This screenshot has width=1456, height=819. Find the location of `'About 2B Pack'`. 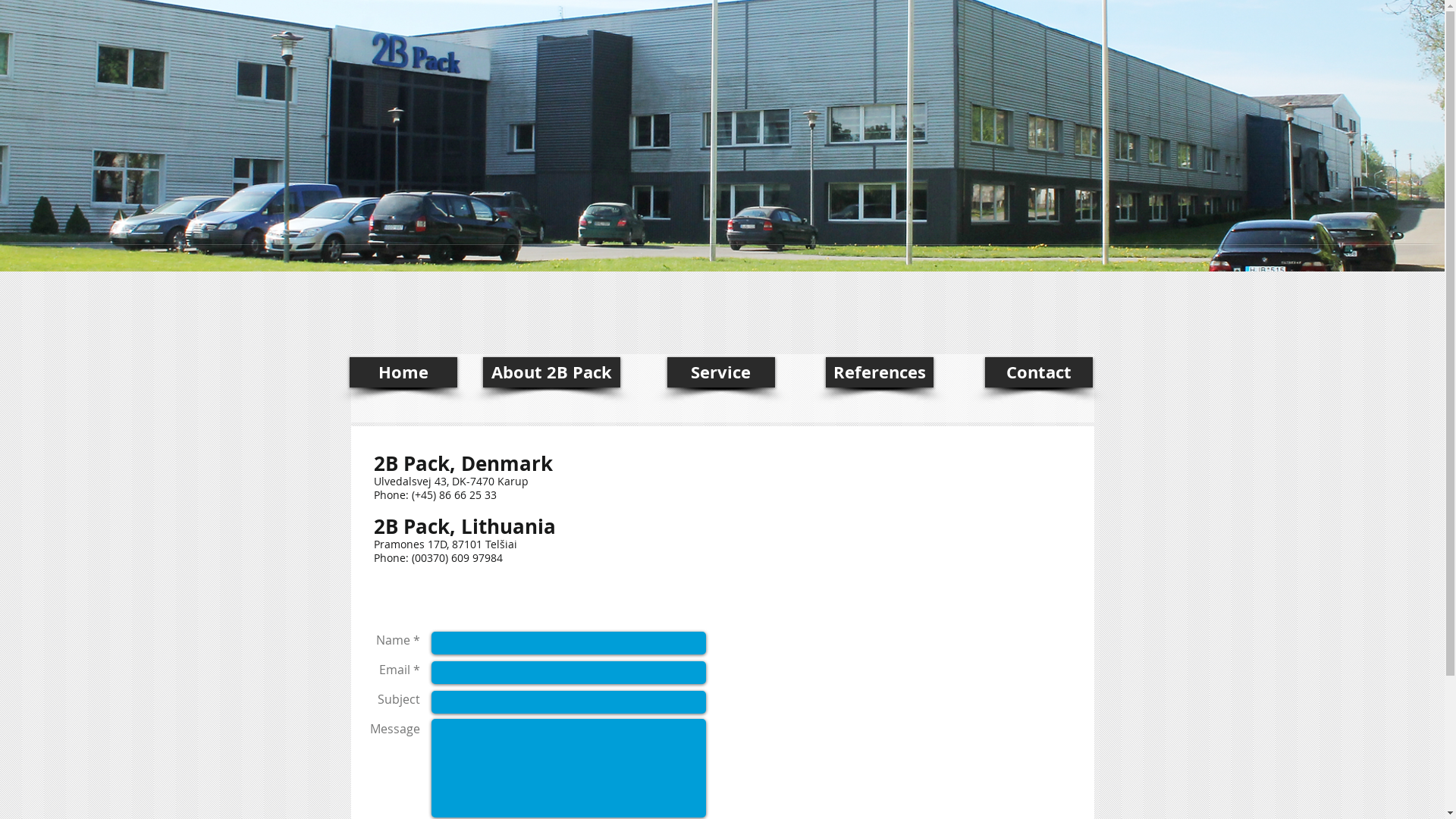

'About 2B Pack' is located at coordinates (550, 372).